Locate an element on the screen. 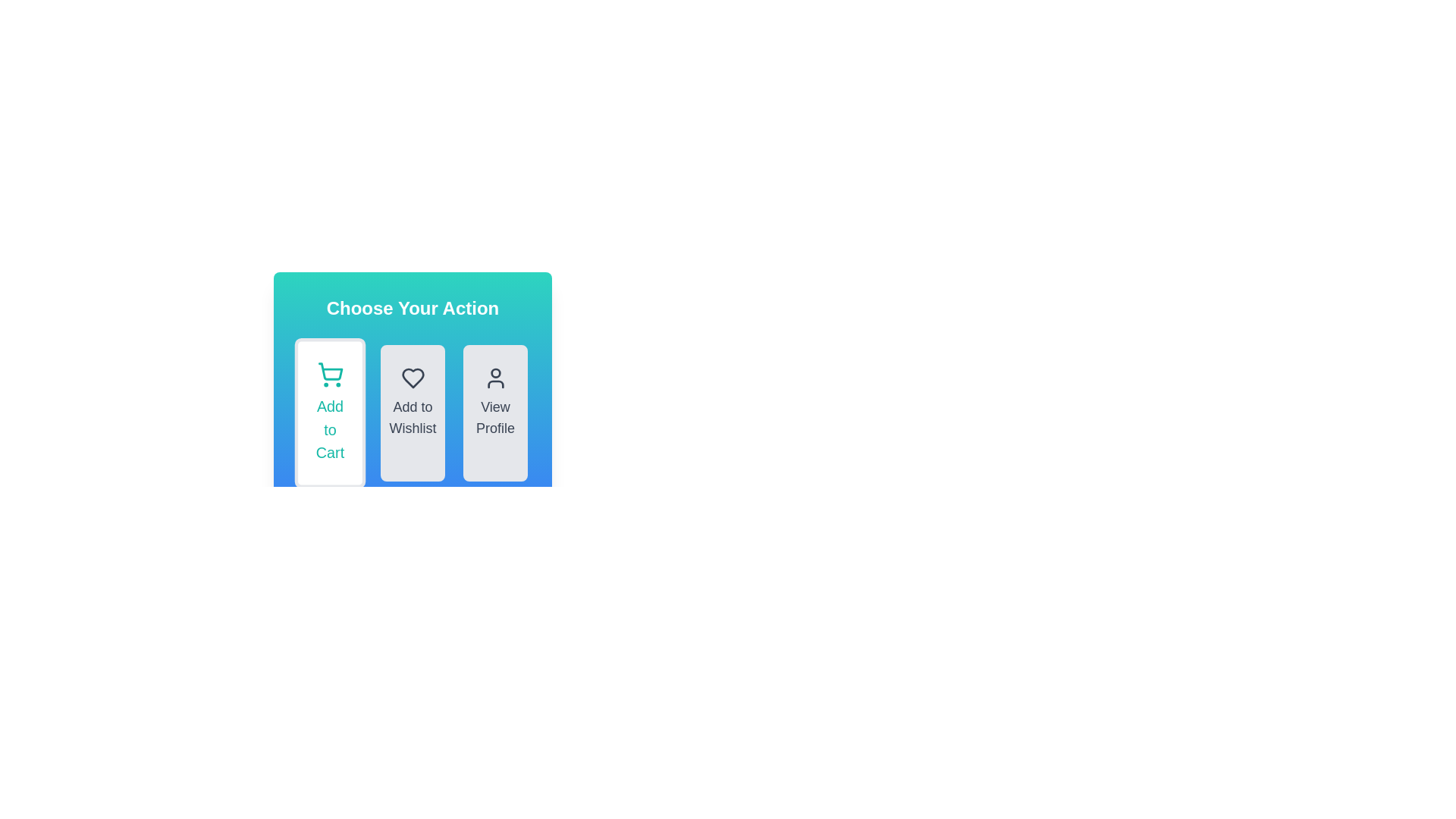  the 'Add to Cart' text label, which is displayed in a large, bold, teal font inside a rounded rectangle box with a white background is located at coordinates (329, 430).